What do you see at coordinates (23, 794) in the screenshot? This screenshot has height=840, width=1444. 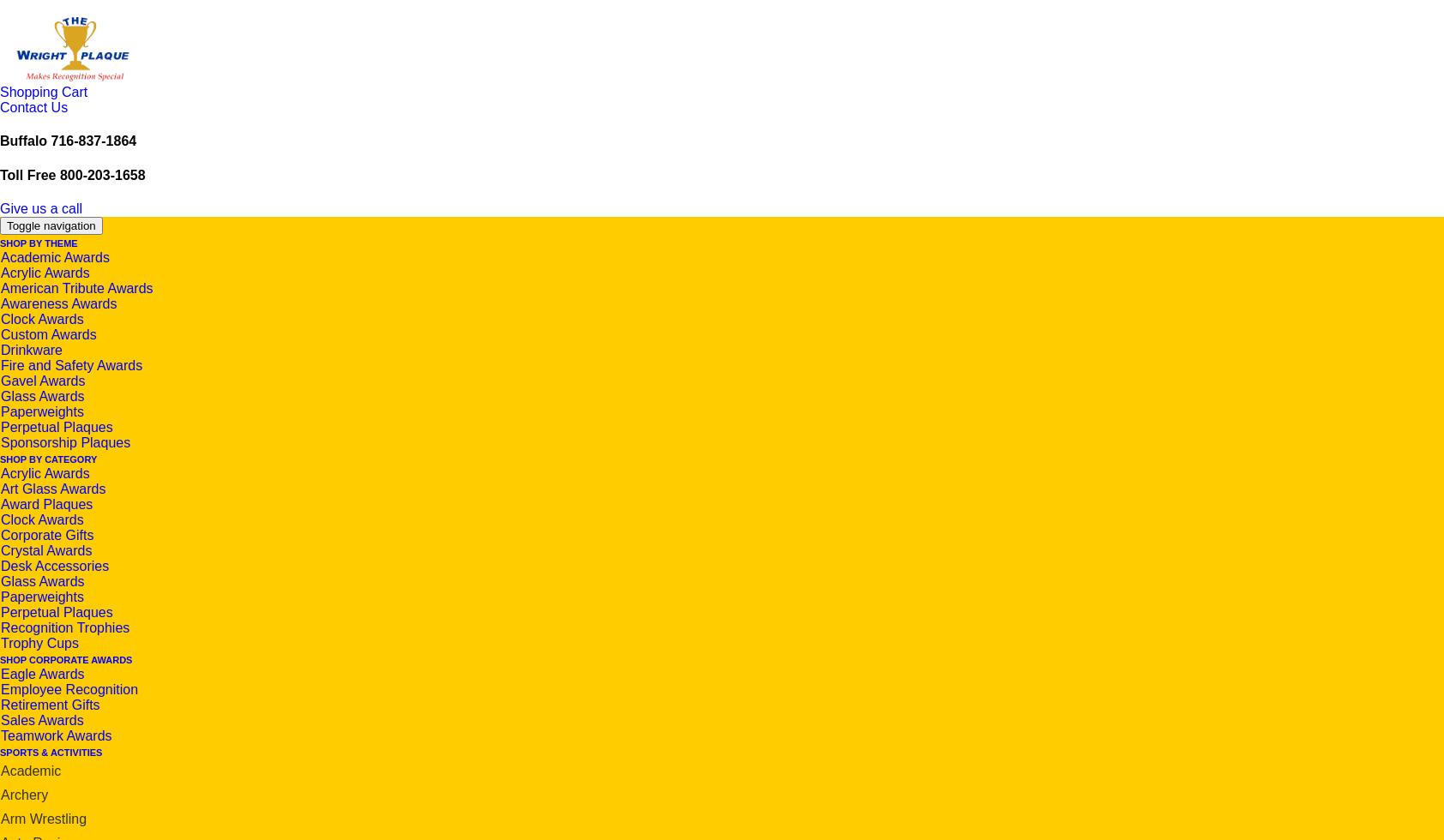 I see `'Archery'` at bounding box center [23, 794].